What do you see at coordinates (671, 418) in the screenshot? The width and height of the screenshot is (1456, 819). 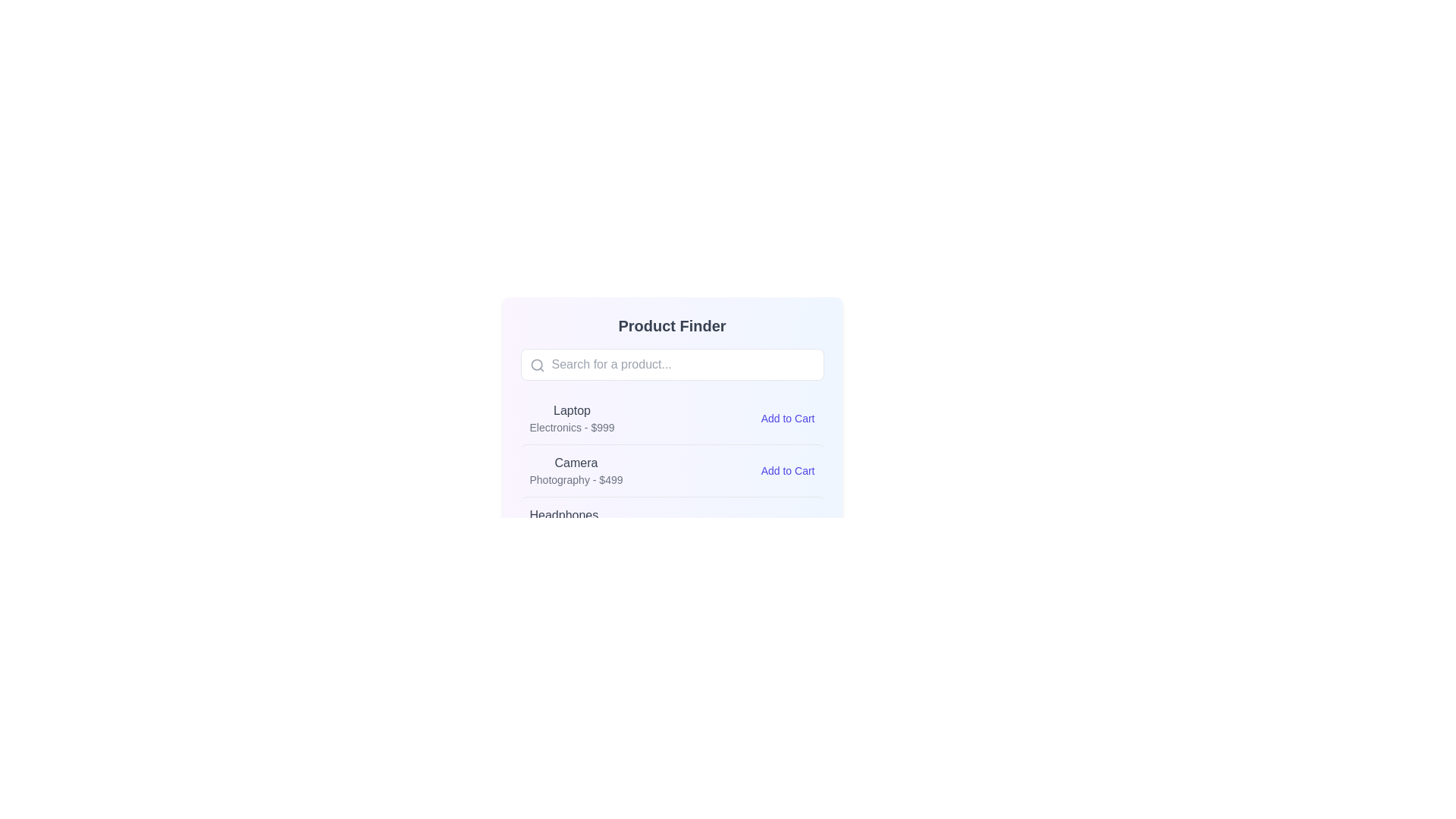 I see `the first product listing item for 'Laptop' in the 'Product Finder' section` at bounding box center [671, 418].